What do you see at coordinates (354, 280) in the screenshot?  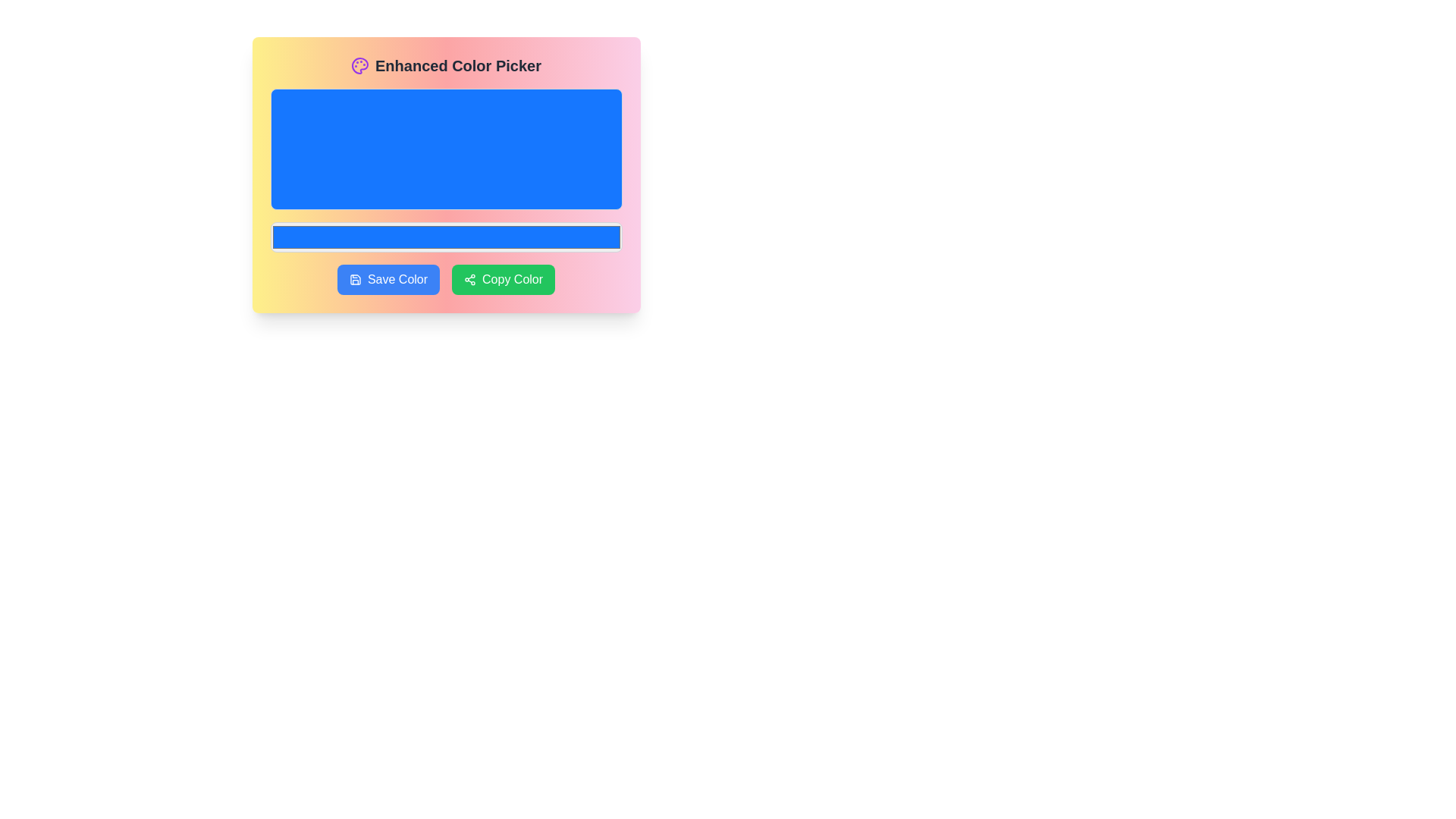 I see `the save icon located to the left of the 'Save Color' text label, which represents the file or save functionality` at bounding box center [354, 280].